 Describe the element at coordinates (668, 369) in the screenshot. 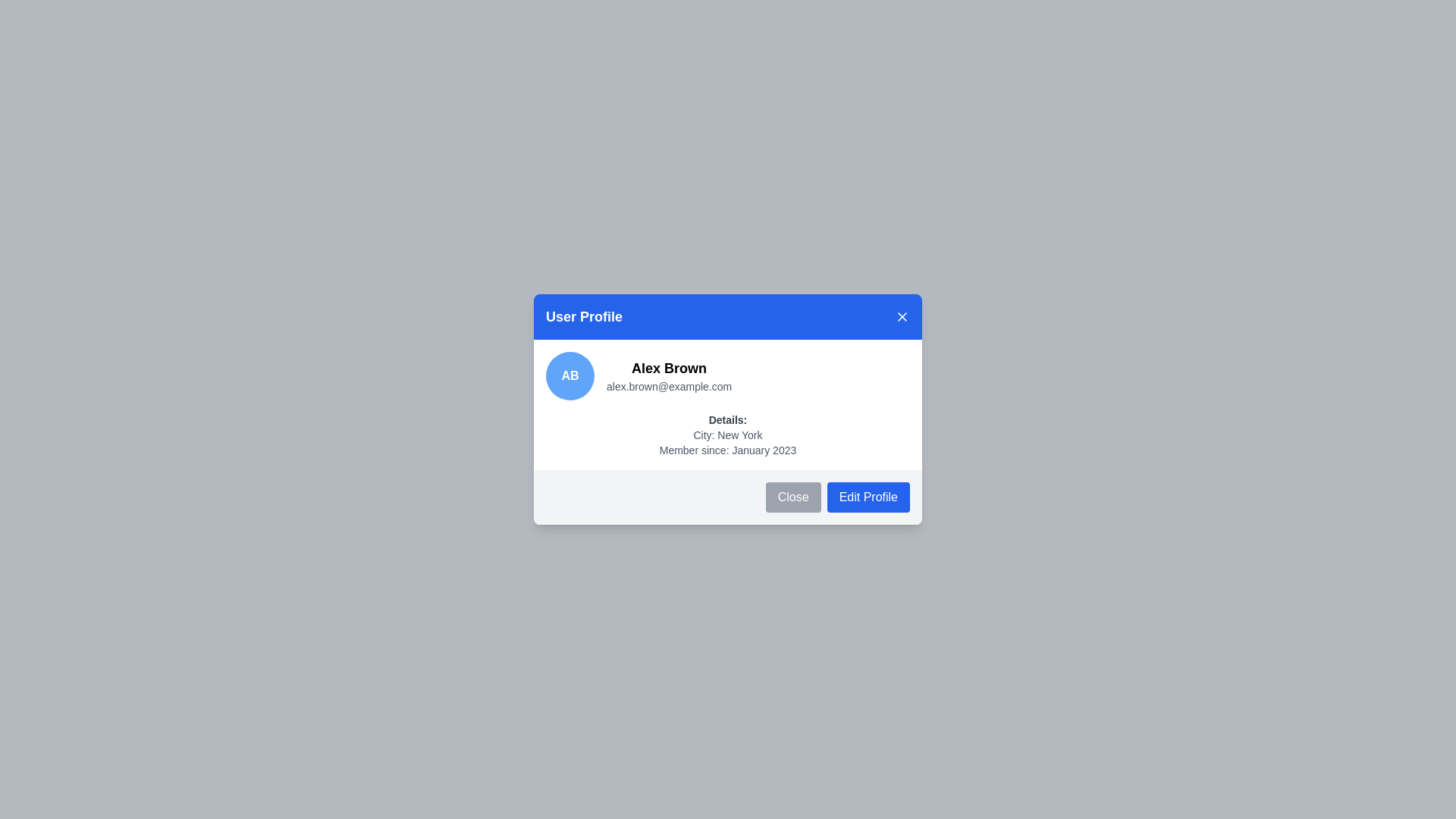

I see `the bolded text label reading 'Alex Brown', which is positioned above the email address in the user profile card popup` at that location.